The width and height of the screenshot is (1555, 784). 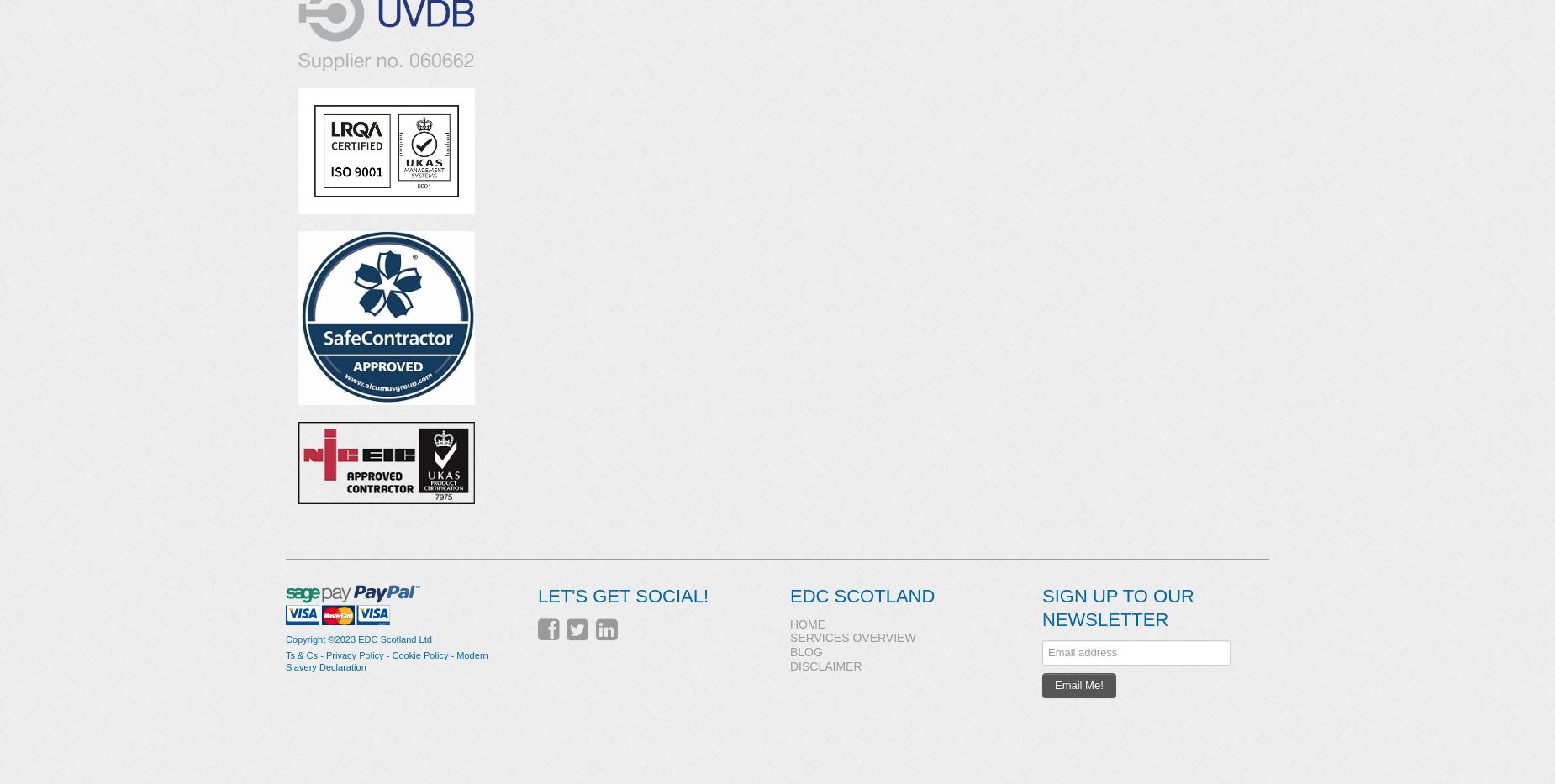 I want to click on 'Home', so click(x=807, y=623).